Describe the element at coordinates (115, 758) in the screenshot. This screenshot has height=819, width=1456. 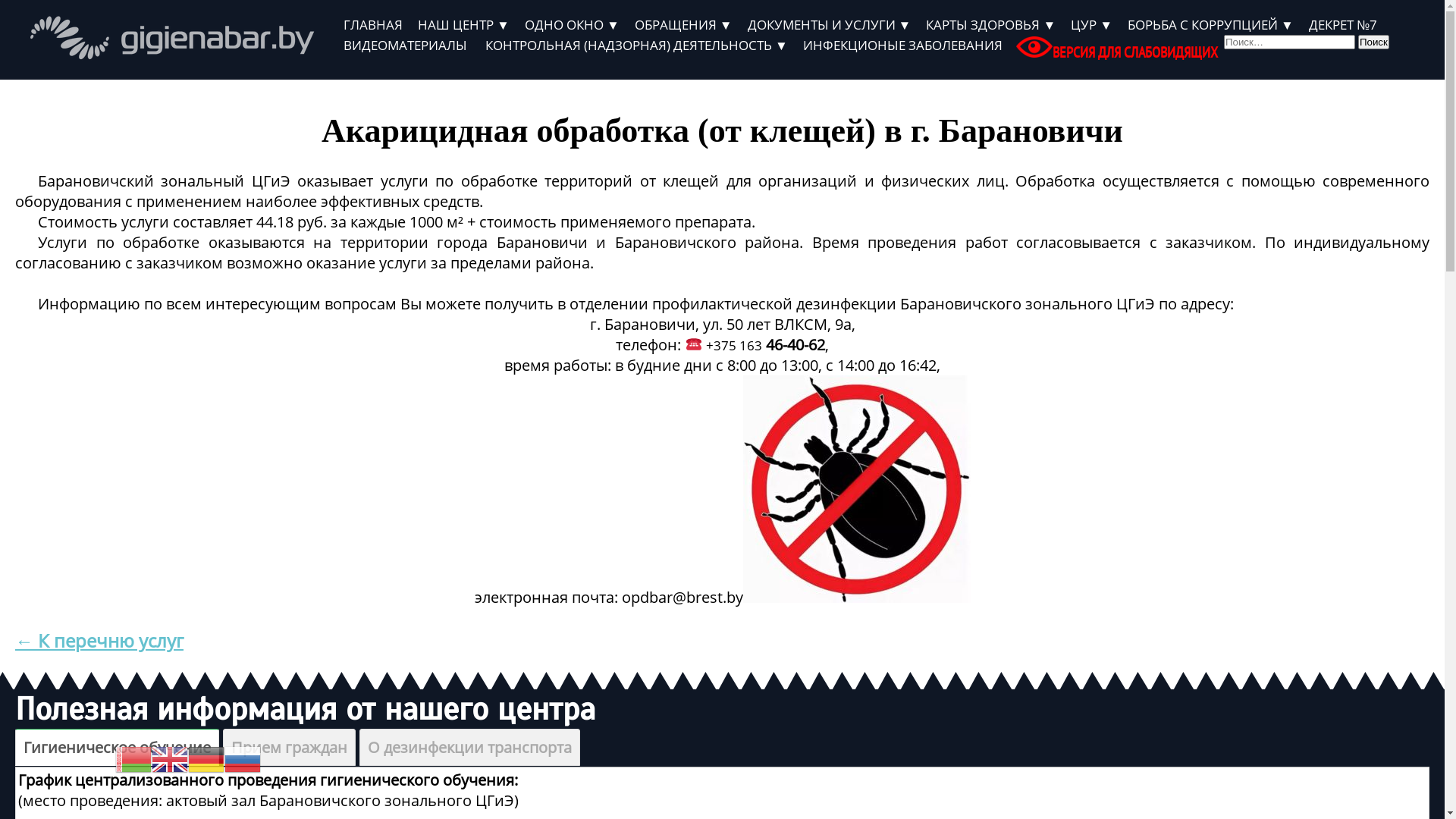
I see `'Belarusian'` at that location.